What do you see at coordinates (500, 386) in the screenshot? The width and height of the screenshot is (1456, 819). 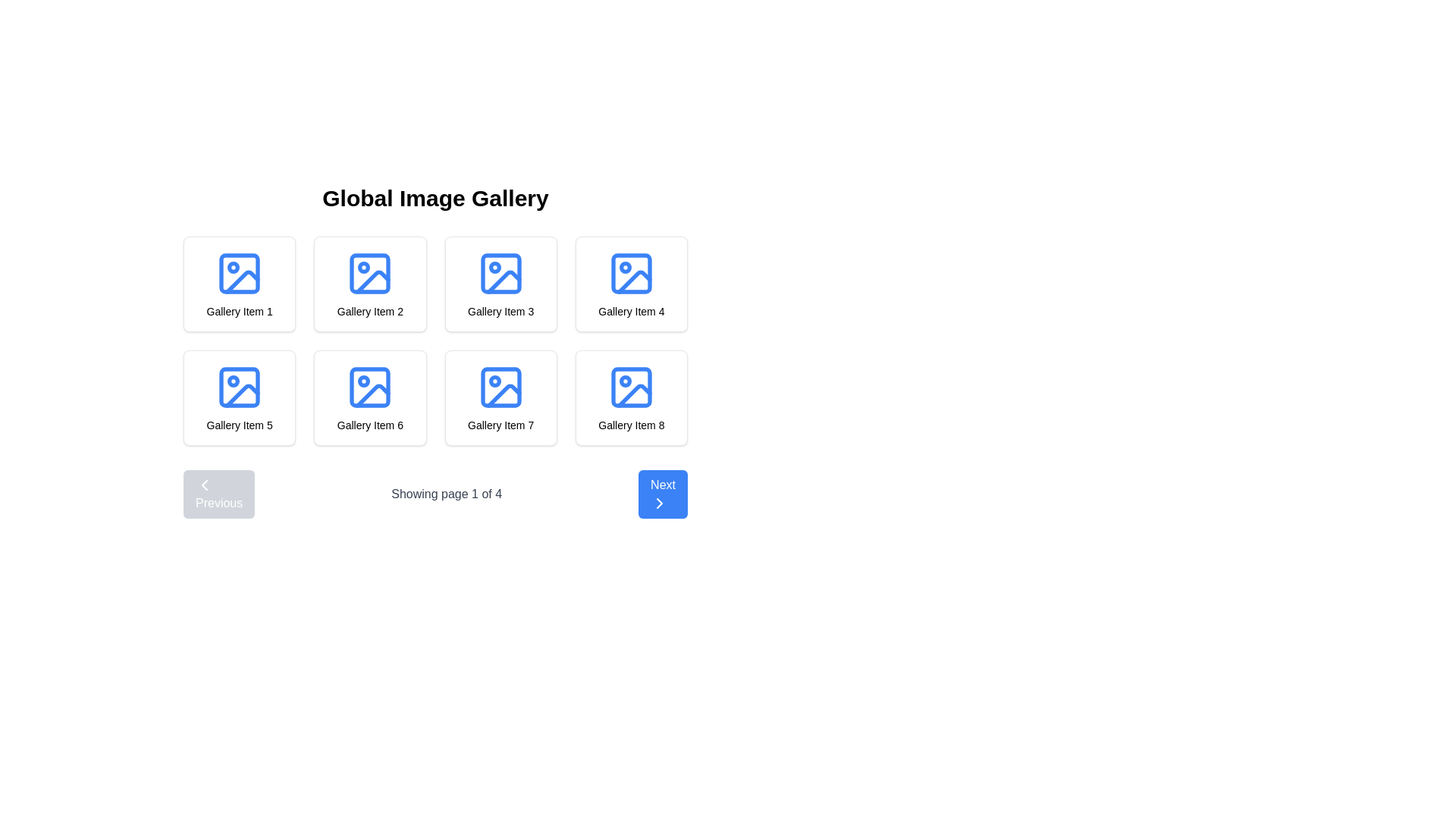 I see `the icon representing the image in the gallery, which is located at the bottom center of the 'Gallery Item 7' card` at bounding box center [500, 386].